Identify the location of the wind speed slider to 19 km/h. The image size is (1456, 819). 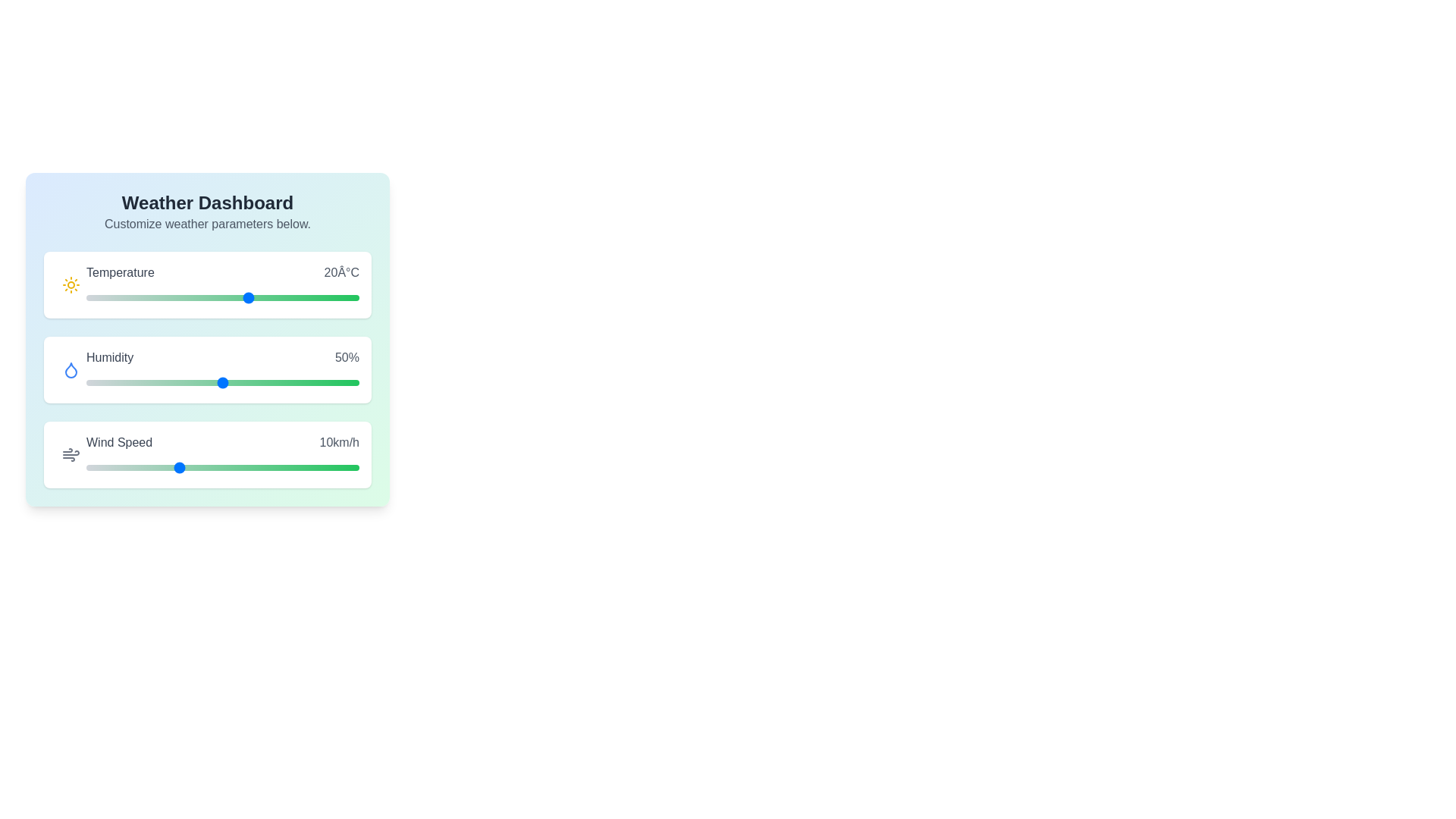
(259, 467).